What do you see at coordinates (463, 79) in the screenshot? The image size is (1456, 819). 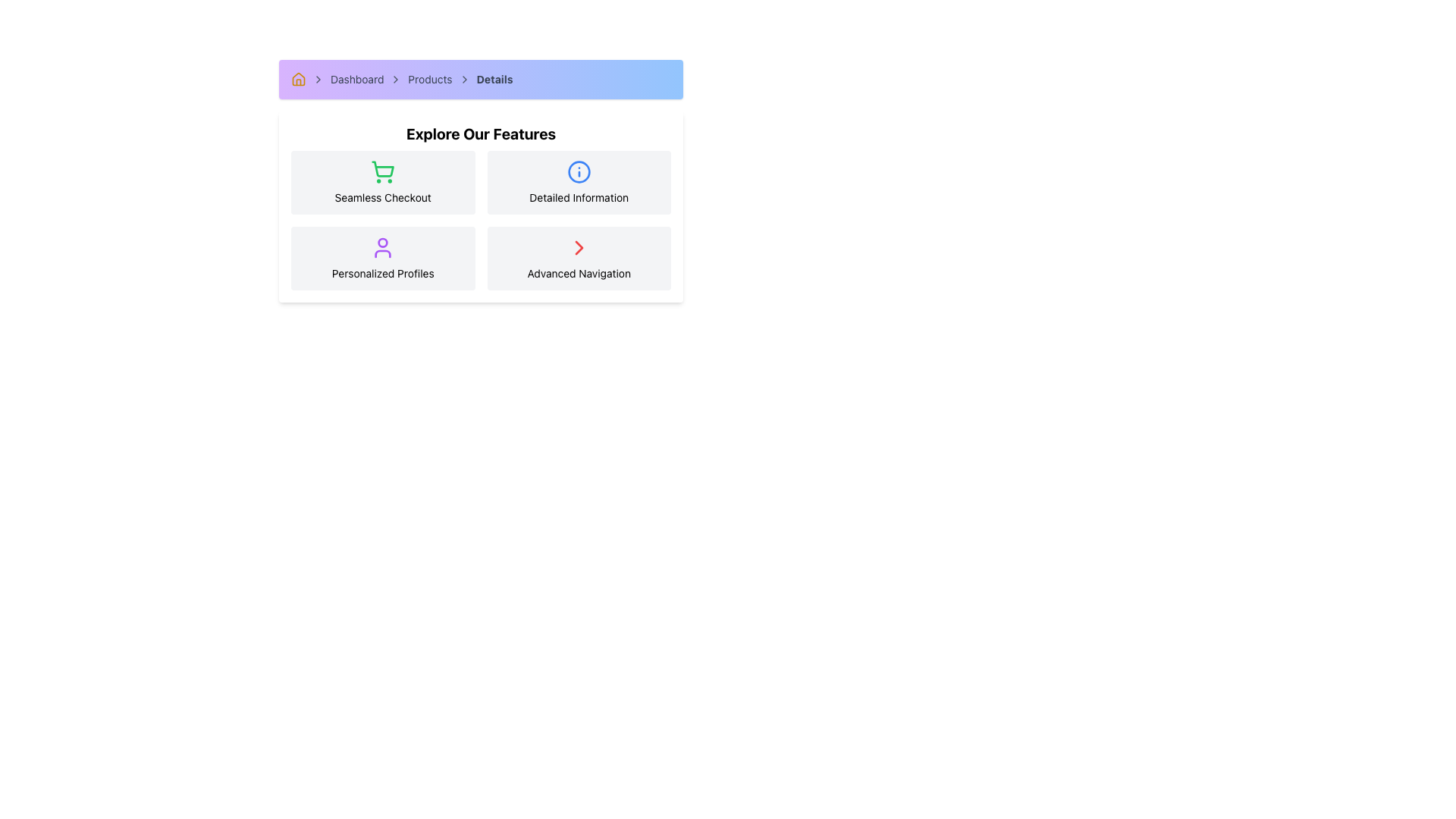 I see `the small gray arrow icon pointing to the right in the breadcrumb navigation bar, which is the fourth icon between 'Products' and 'Details'` at bounding box center [463, 79].